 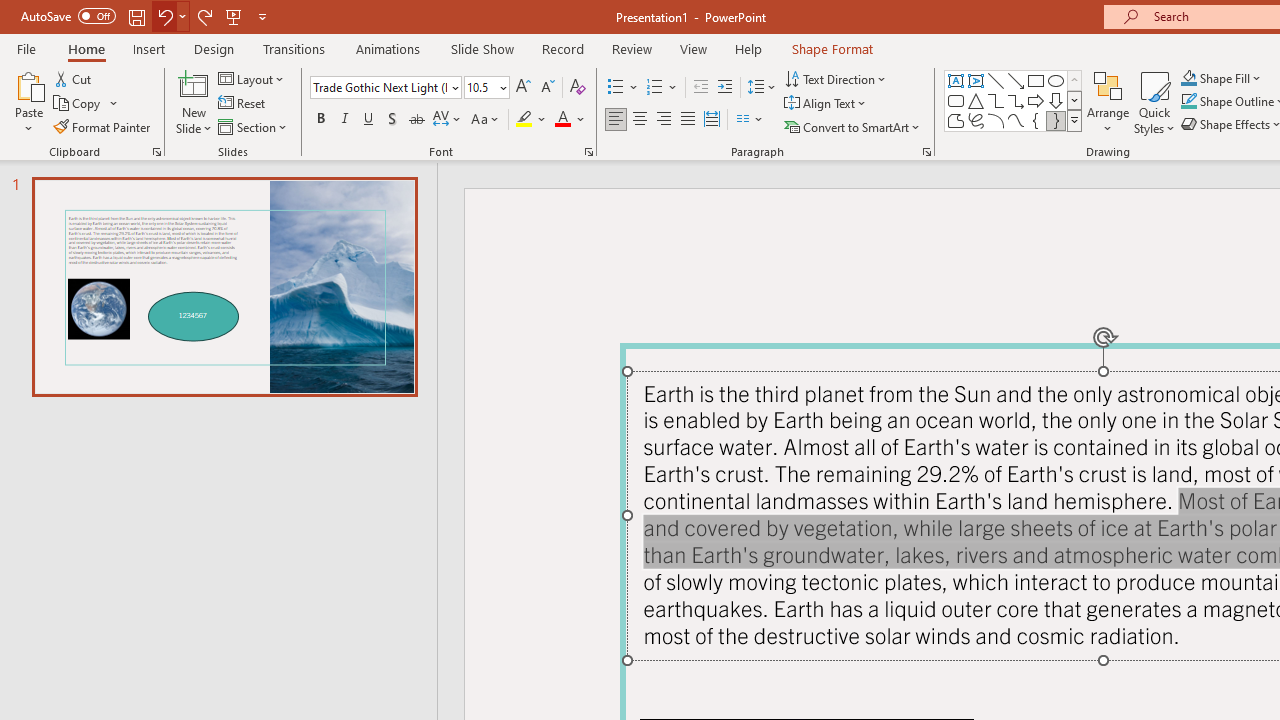 I want to click on 'Quick Styles', so click(x=1154, y=103).